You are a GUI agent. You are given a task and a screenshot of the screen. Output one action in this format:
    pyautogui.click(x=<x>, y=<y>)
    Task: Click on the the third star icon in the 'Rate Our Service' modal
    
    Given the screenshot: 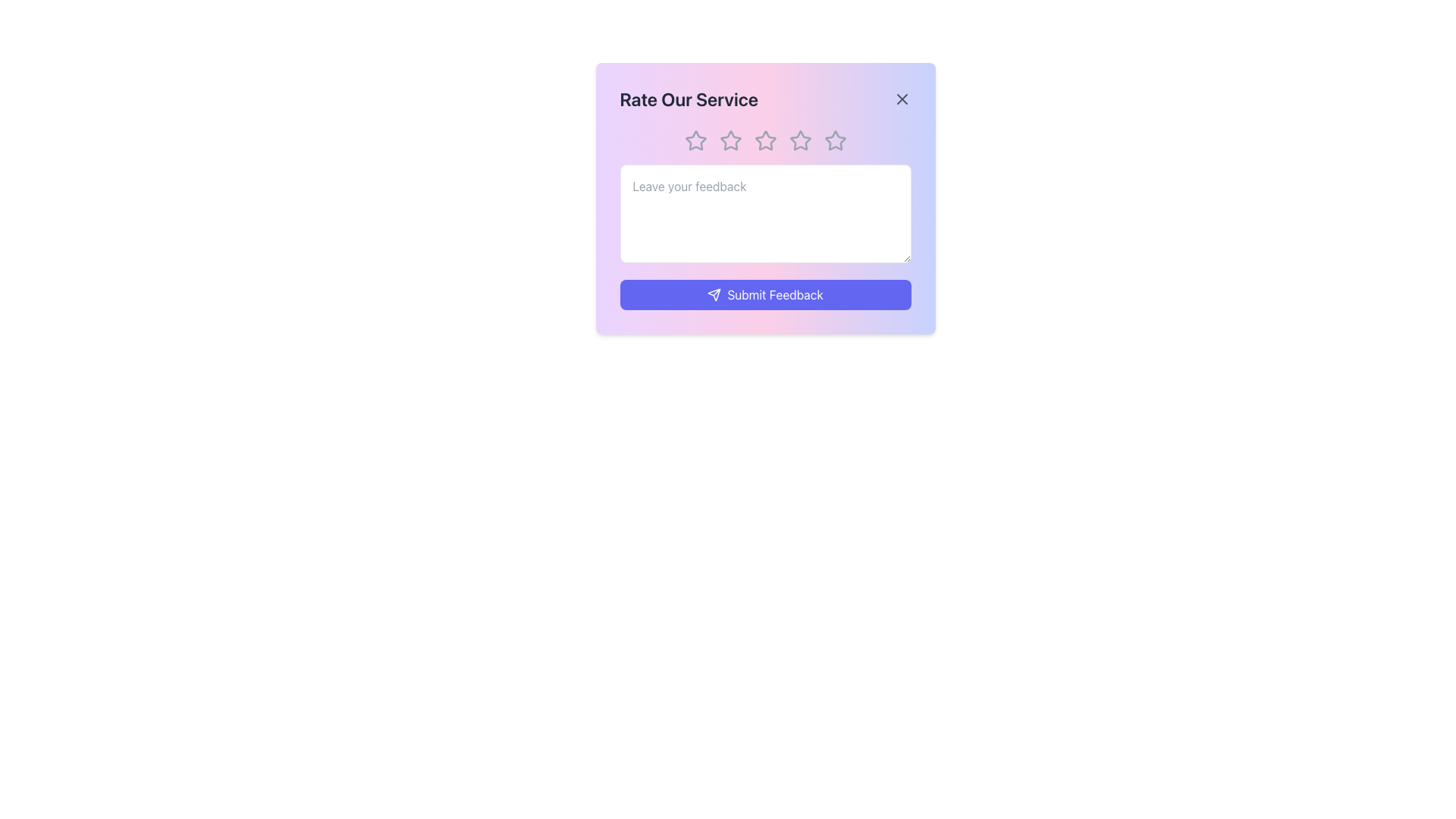 What is the action you would take?
    pyautogui.click(x=799, y=140)
    